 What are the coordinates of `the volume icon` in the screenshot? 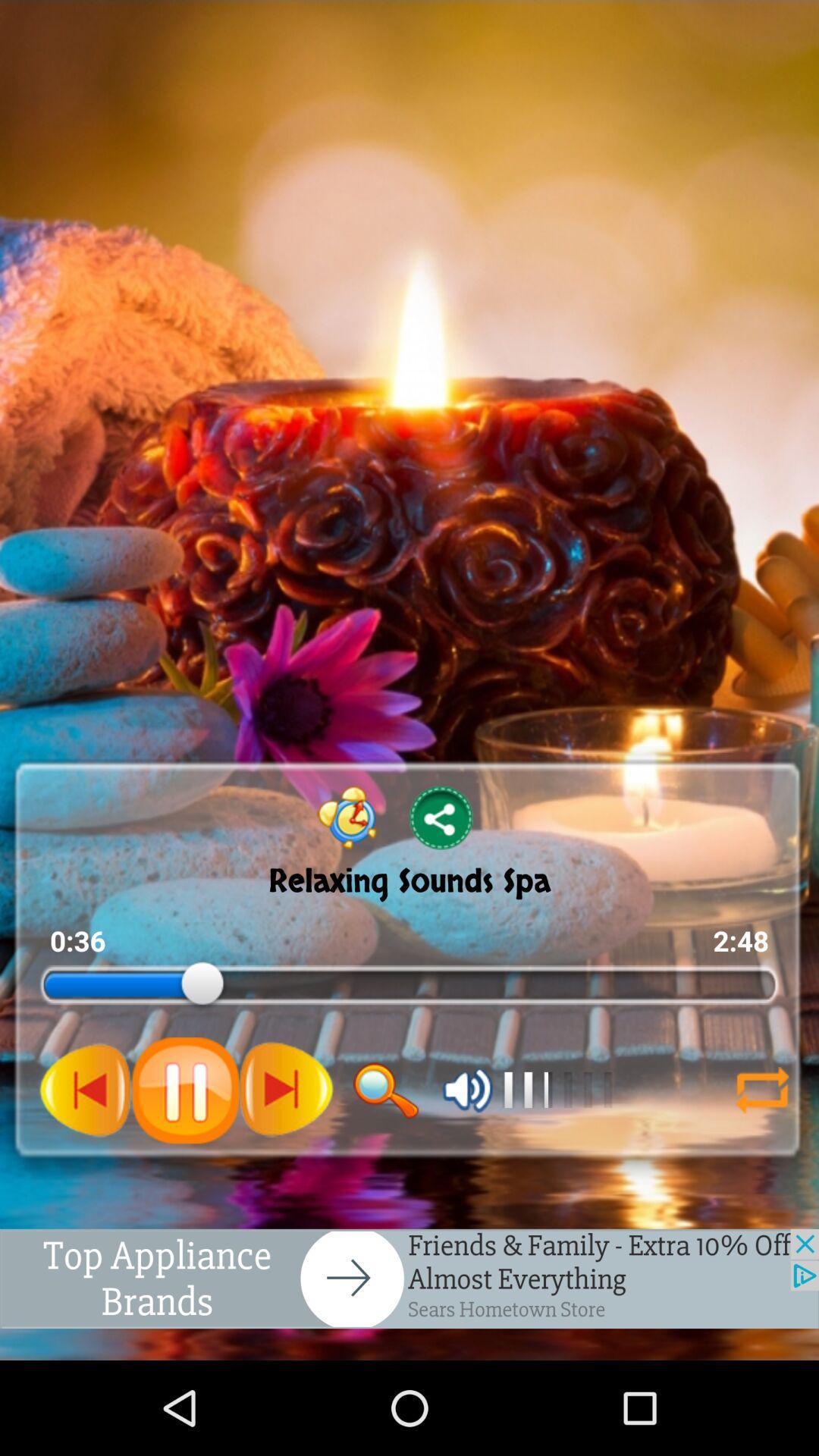 It's located at (467, 1166).